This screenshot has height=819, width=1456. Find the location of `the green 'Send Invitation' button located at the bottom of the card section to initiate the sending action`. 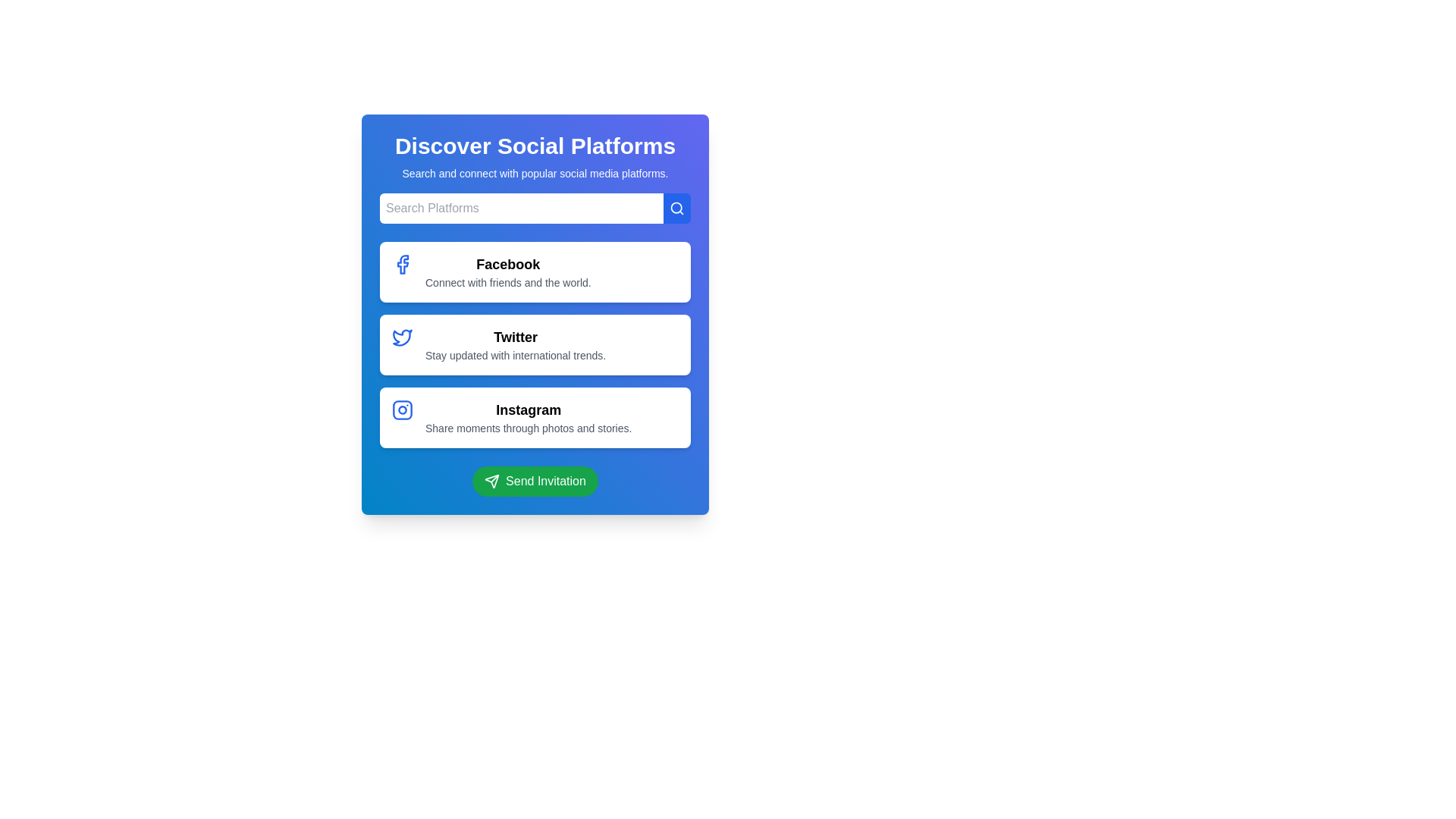

the green 'Send Invitation' button located at the bottom of the card section to initiate the sending action is located at coordinates (535, 482).